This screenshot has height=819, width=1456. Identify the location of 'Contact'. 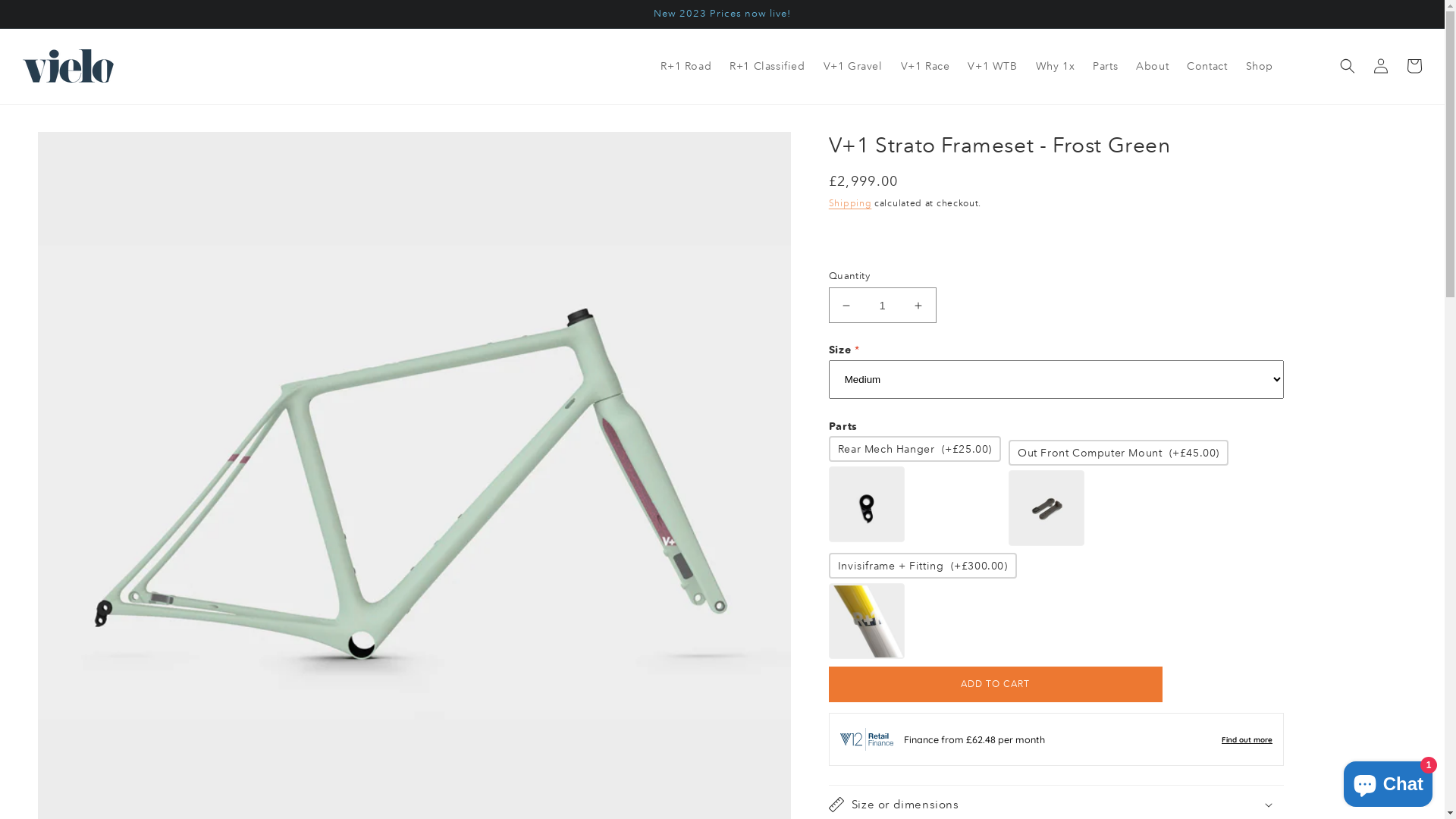
(1206, 65).